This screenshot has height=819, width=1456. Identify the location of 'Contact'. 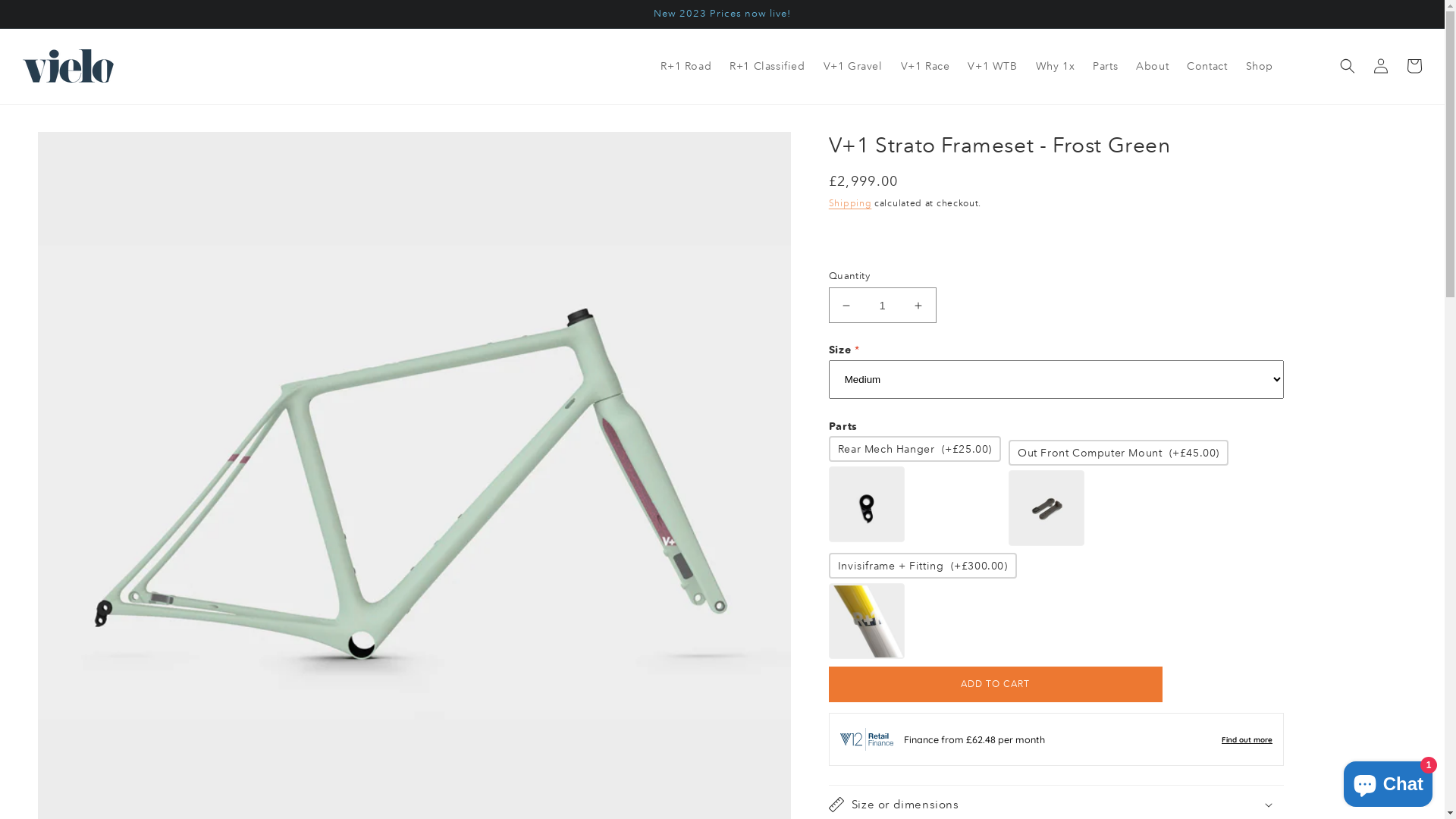
(1206, 65).